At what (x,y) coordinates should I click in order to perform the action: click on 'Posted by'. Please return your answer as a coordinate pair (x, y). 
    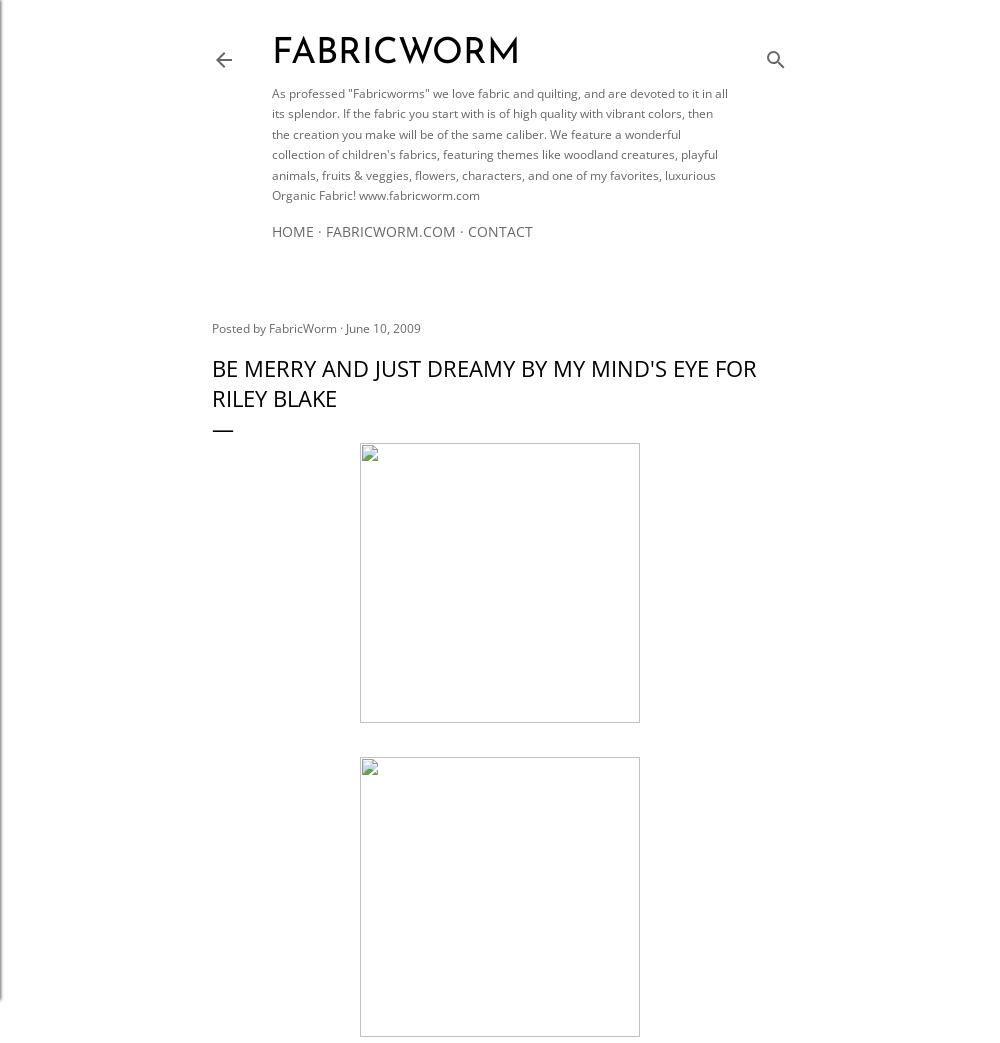
    Looking at the image, I should click on (211, 327).